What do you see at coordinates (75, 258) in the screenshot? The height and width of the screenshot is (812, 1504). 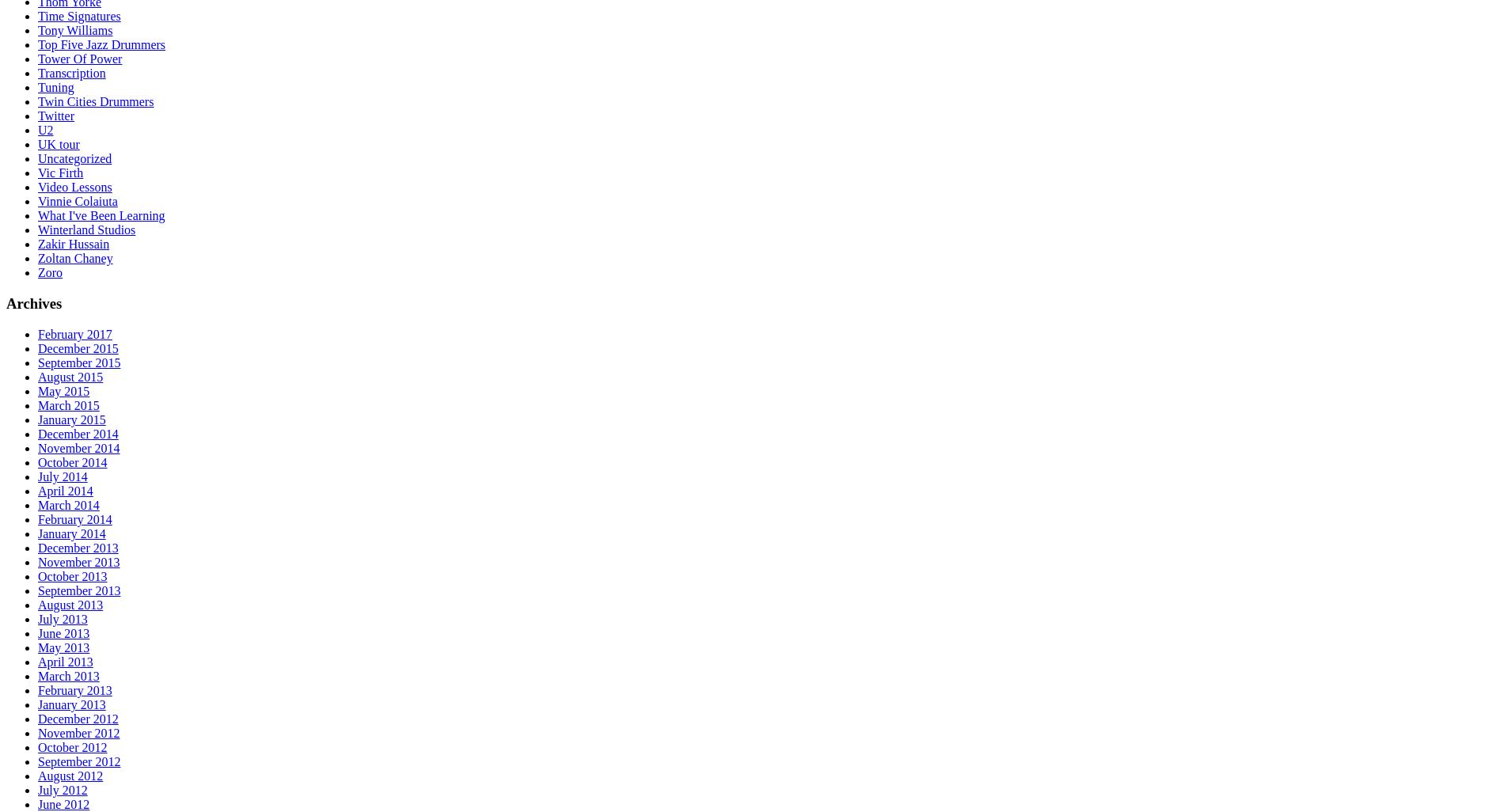 I see `'Zoltan Chaney'` at bounding box center [75, 258].